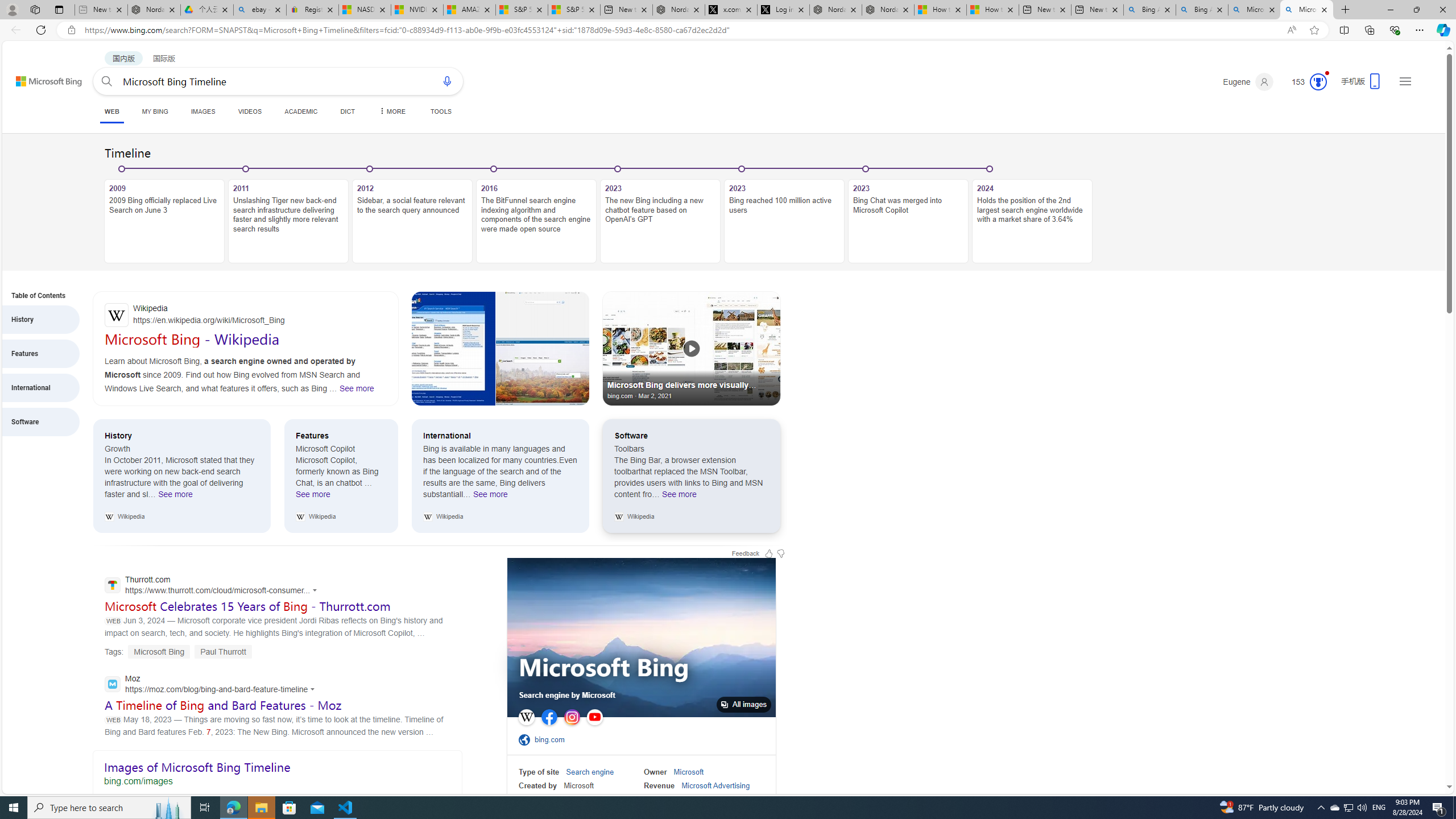 Image resolution: width=1456 pixels, height=819 pixels. What do you see at coordinates (164, 220) in the screenshot?
I see `'2009 2009 Bing officially replaced Live Search on June 3'` at bounding box center [164, 220].